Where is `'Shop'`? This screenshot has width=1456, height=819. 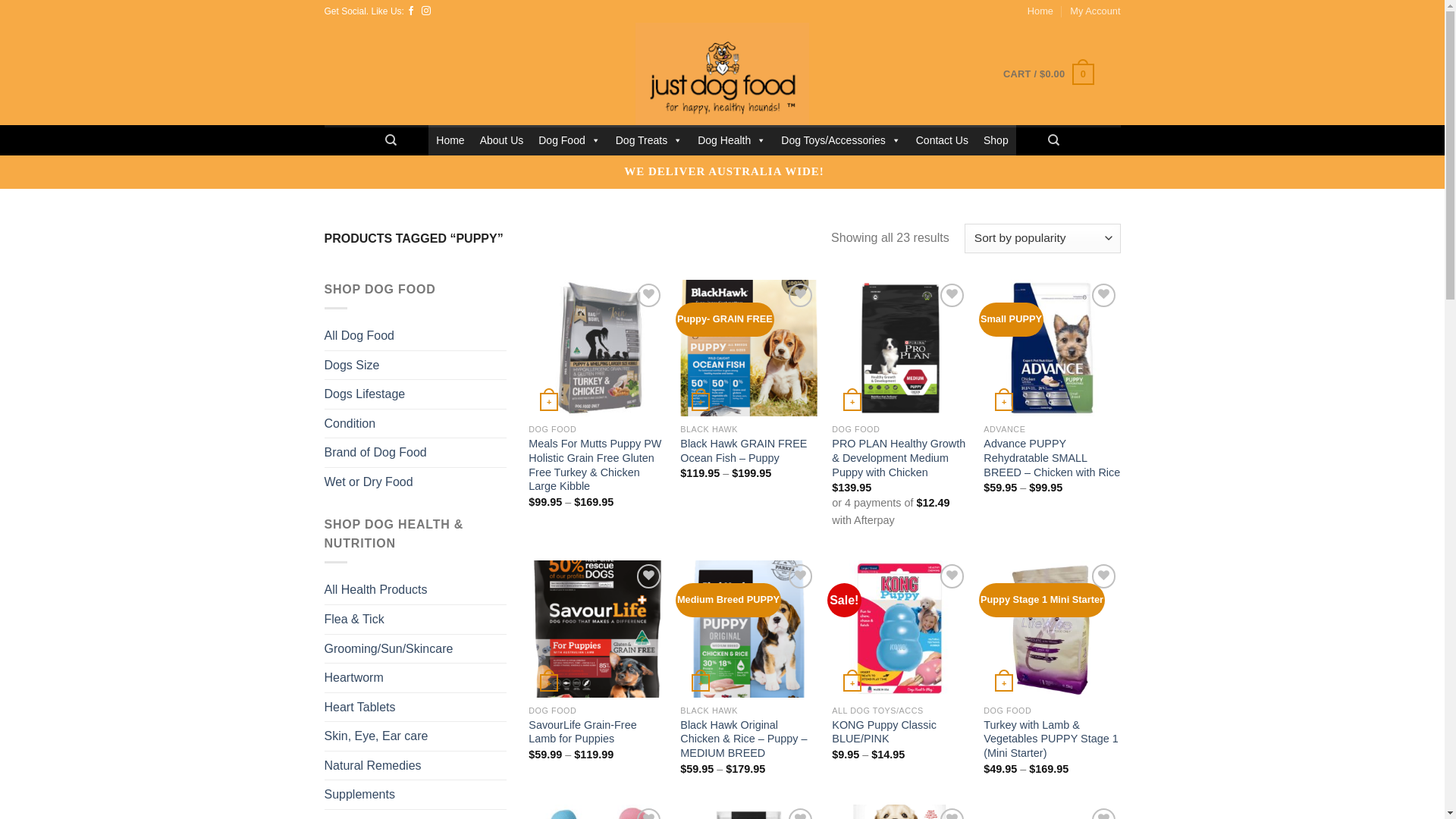 'Shop' is located at coordinates (996, 140).